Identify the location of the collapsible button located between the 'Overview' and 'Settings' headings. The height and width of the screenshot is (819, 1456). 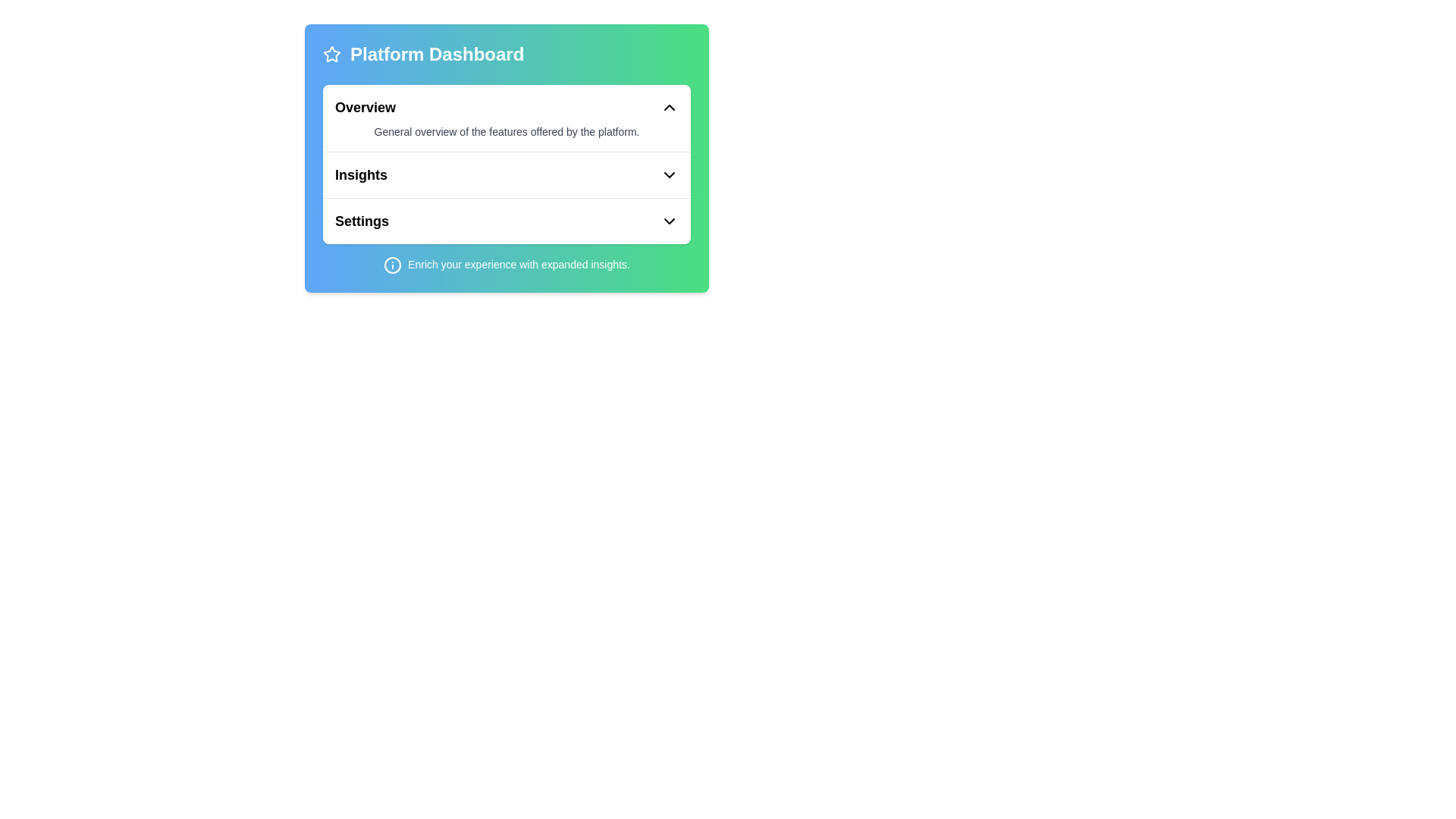
(507, 174).